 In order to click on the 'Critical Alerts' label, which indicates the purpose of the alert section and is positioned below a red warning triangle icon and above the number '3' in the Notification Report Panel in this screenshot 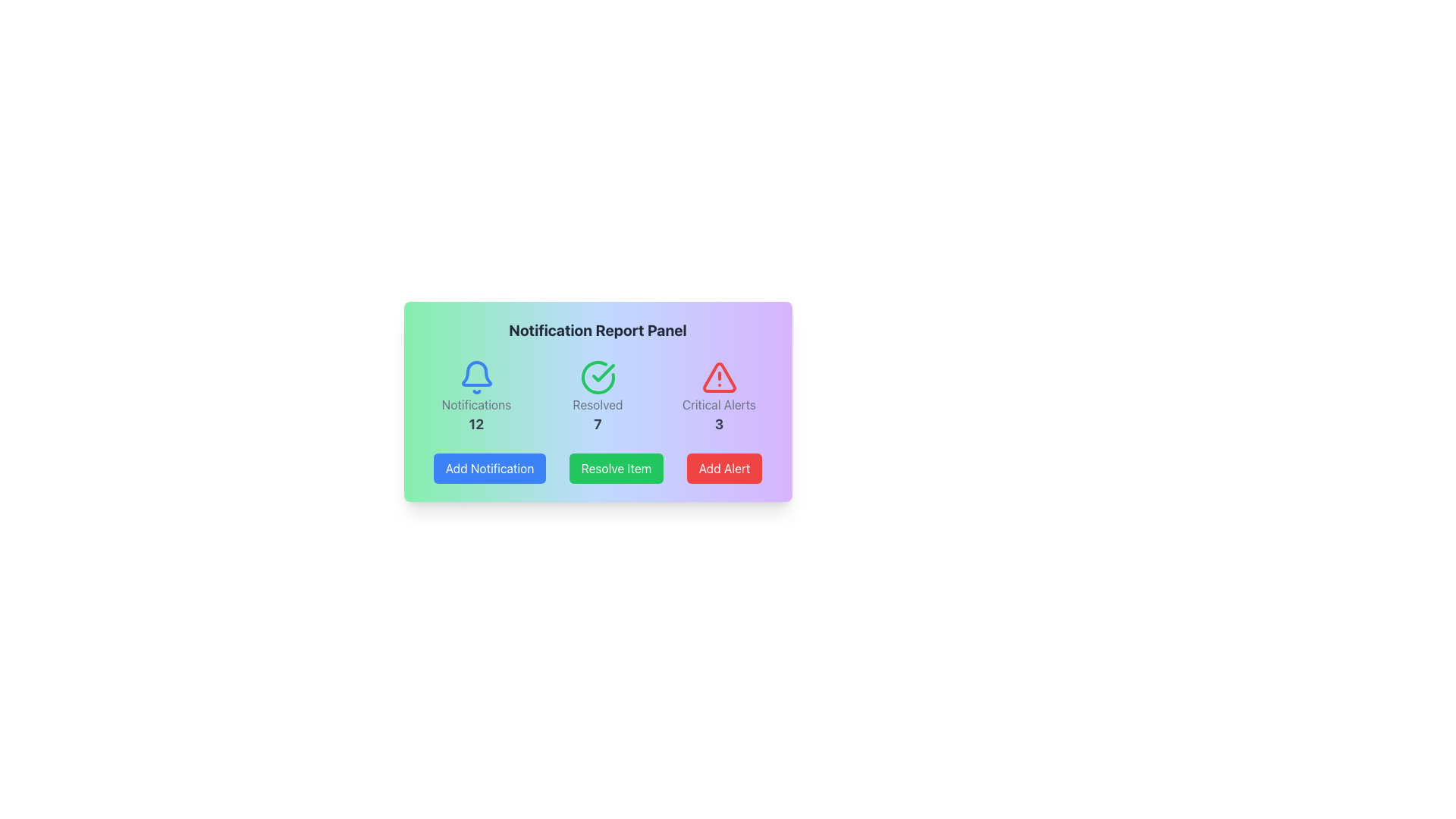, I will do `click(718, 403)`.